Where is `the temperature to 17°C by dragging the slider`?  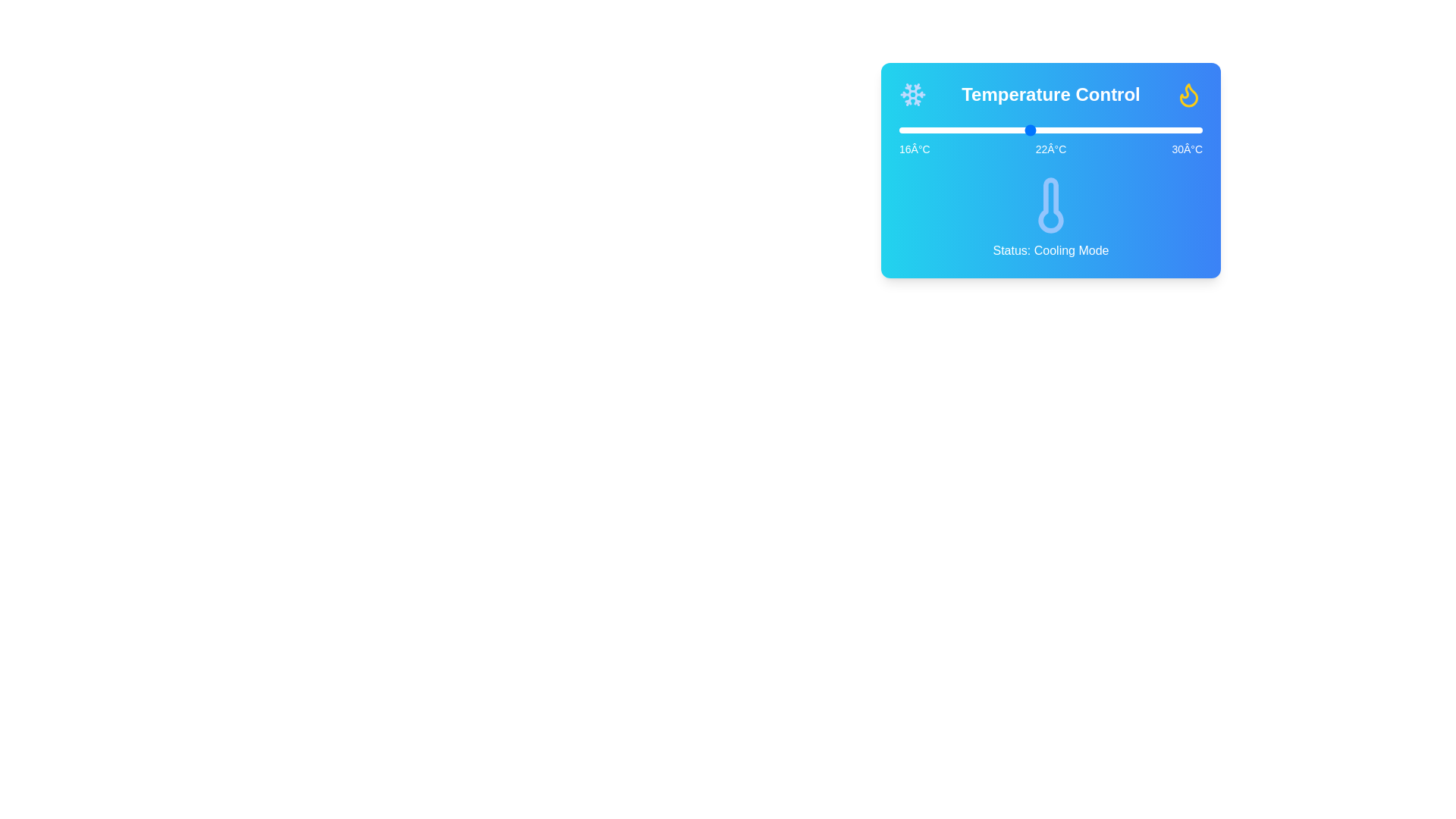
the temperature to 17°C by dragging the slider is located at coordinates (920, 130).